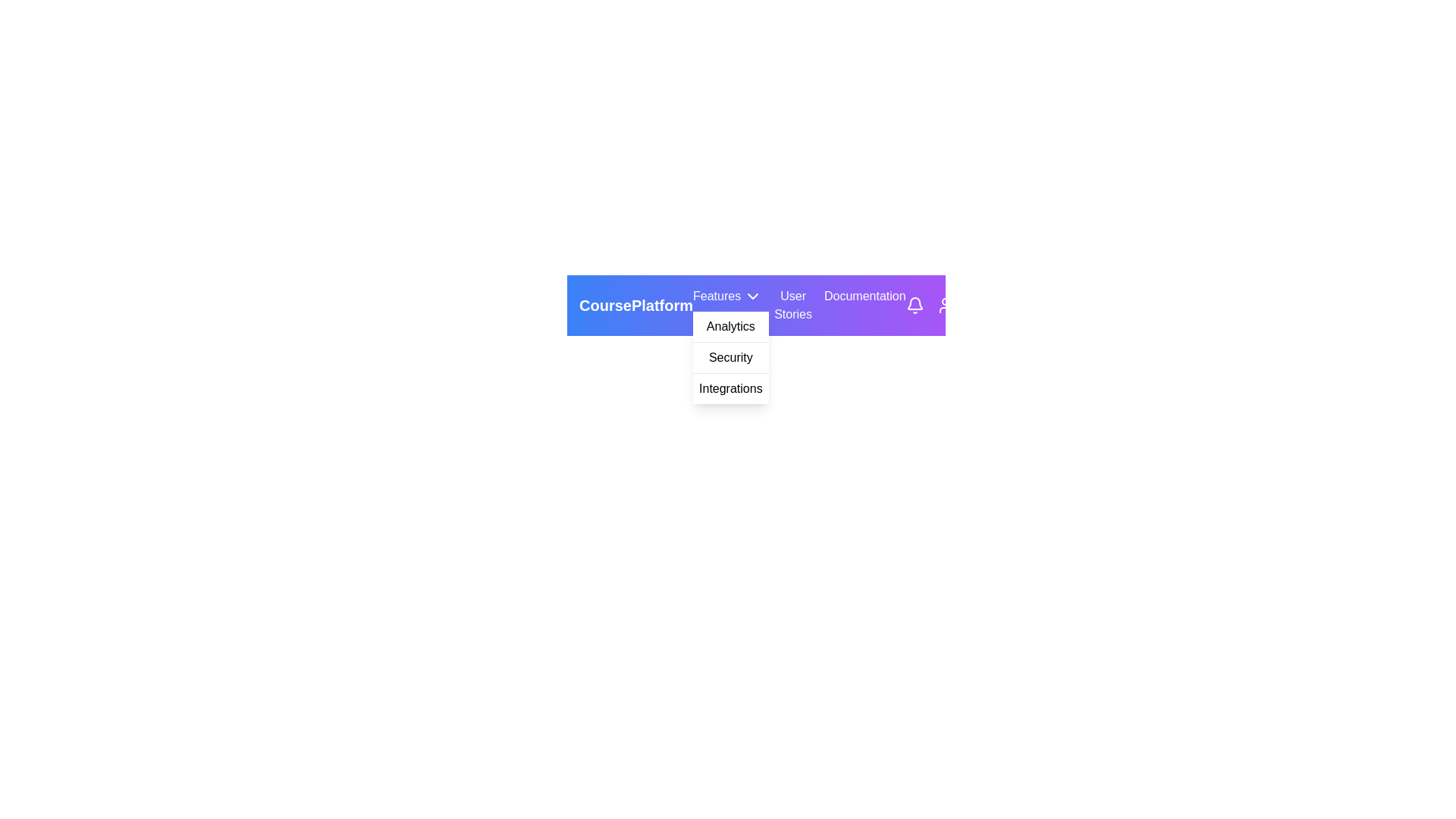  What do you see at coordinates (730, 358) in the screenshot?
I see `the 'Security' text label in the navigation menu` at bounding box center [730, 358].